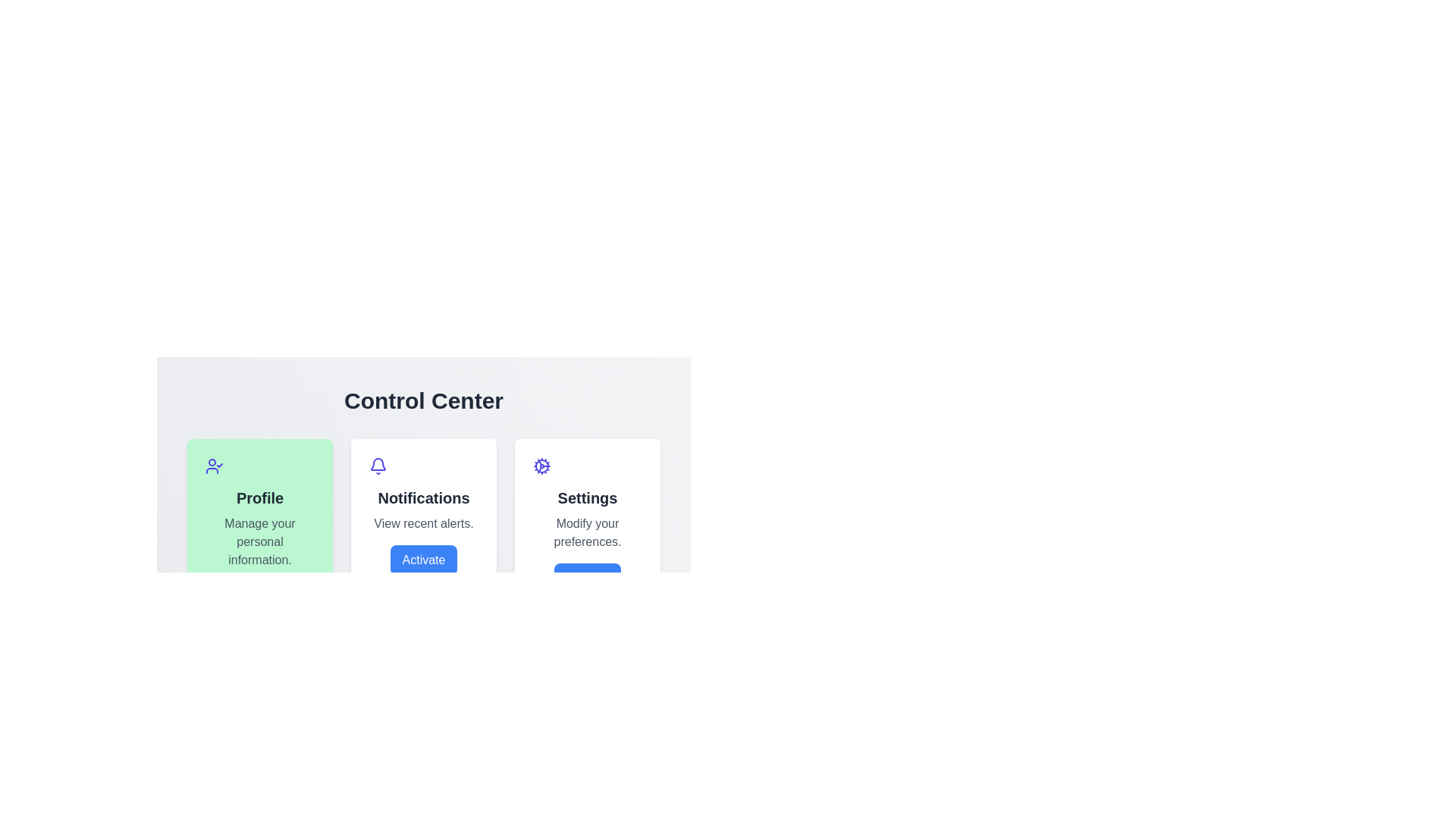 Image resolution: width=1456 pixels, height=819 pixels. What do you see at coordinates (423, 522) in the screenshot?
I see `the static text label 'View recent alerts.' which is located within the 'Notifications' card section, positioned below the title and above the 'Activate' button` at bounding box center [423, 522].